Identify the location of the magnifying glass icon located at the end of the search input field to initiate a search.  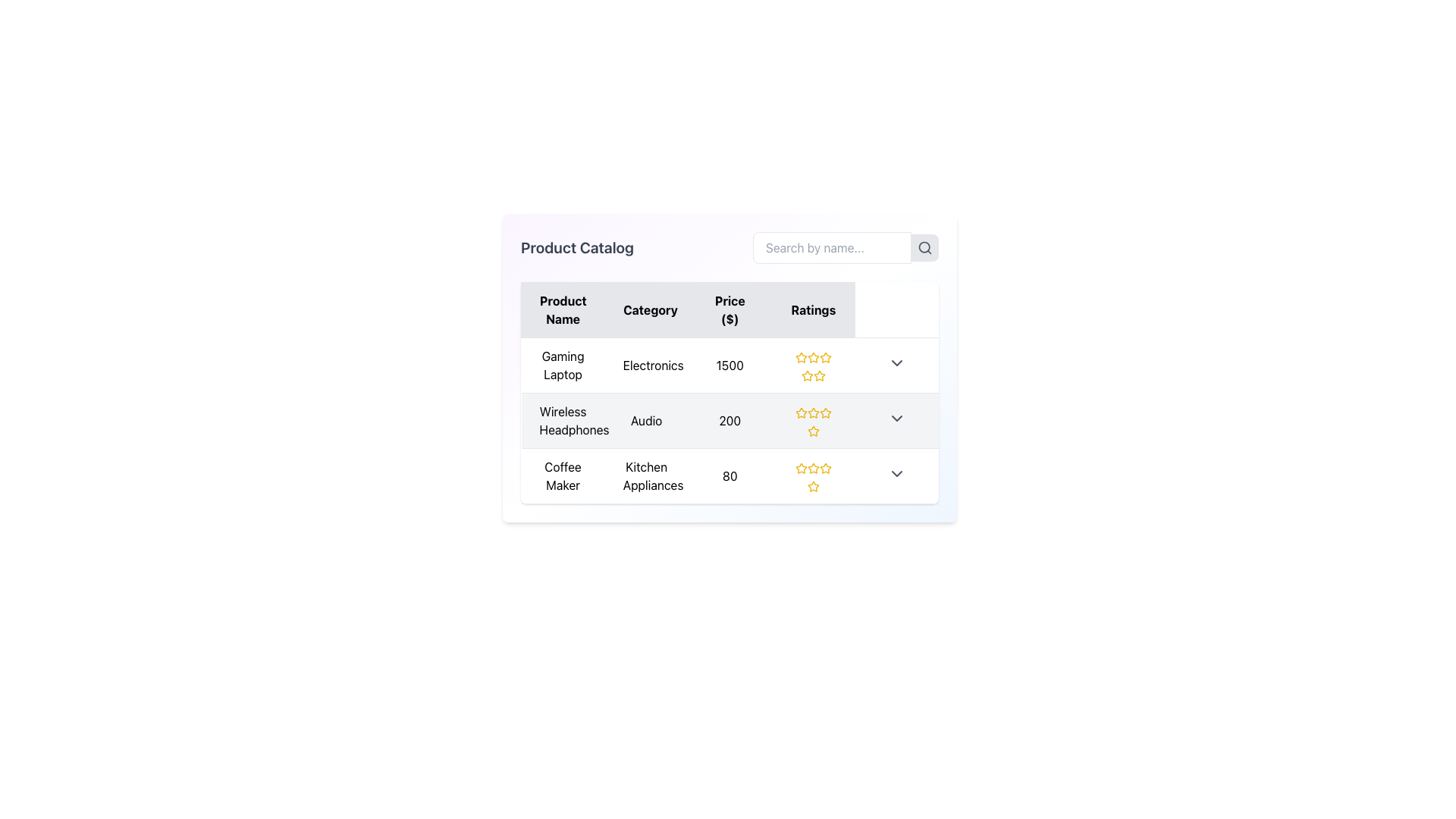
(924, 247).